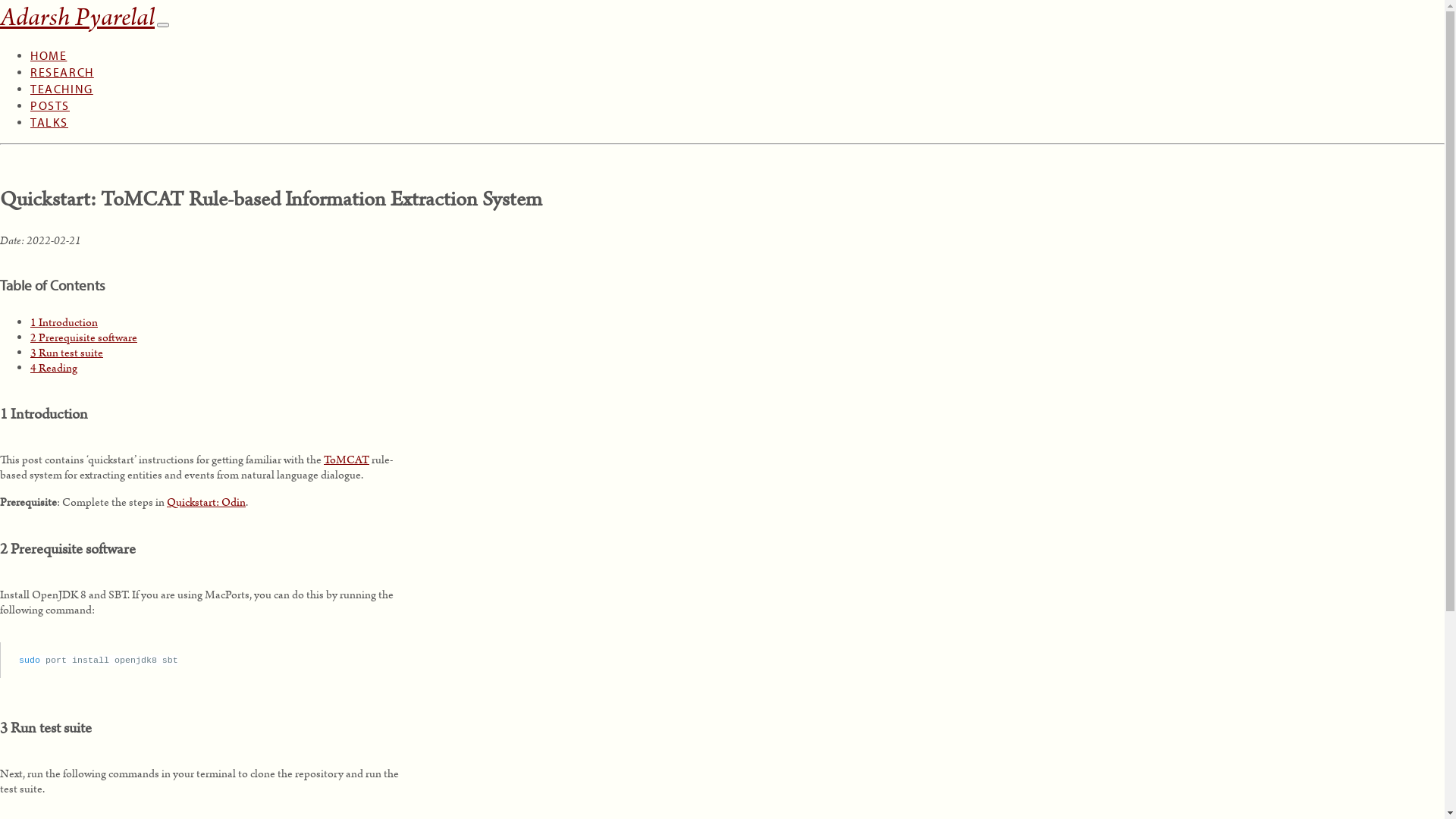 The image size is (1456, 819). What do you see at coordinates (30, 321) in the screenshot?
I see `'1 Introduction'` at bounding box center [30, 321].